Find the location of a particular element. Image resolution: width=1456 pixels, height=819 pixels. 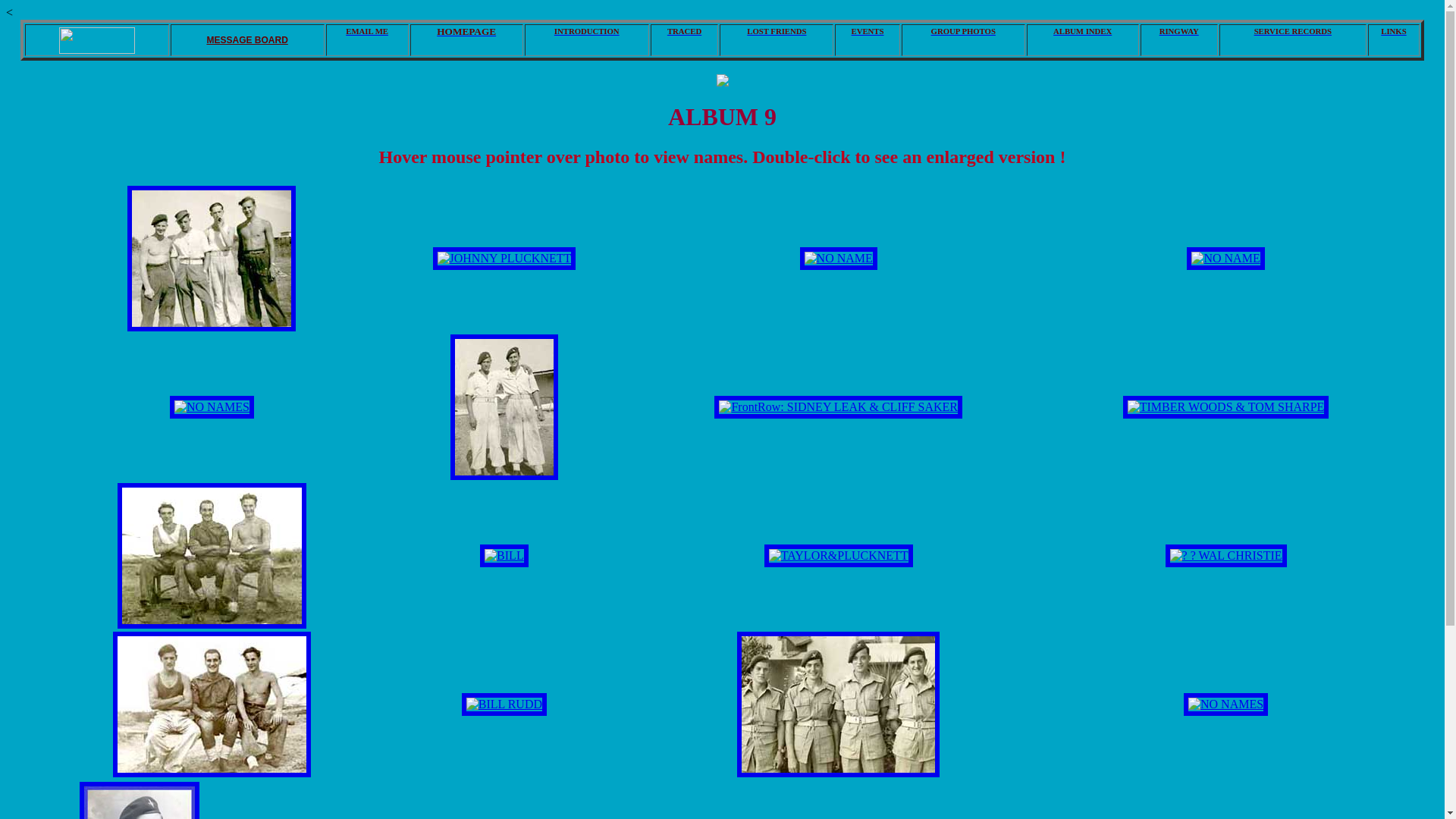

'INTRODUCTION' is located at coordinates (585, 31).